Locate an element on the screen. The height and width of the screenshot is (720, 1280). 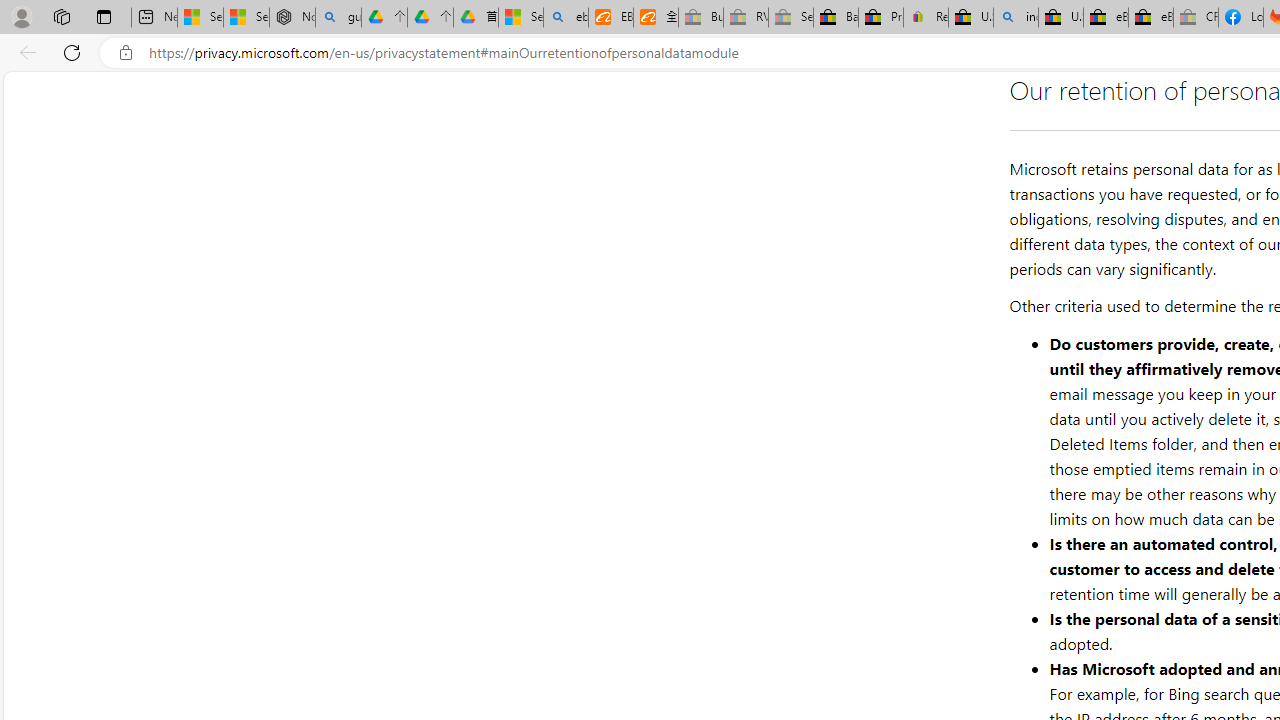
'Sell worldwide with eBay - Sleeping' is located at coordinates (790, 17).